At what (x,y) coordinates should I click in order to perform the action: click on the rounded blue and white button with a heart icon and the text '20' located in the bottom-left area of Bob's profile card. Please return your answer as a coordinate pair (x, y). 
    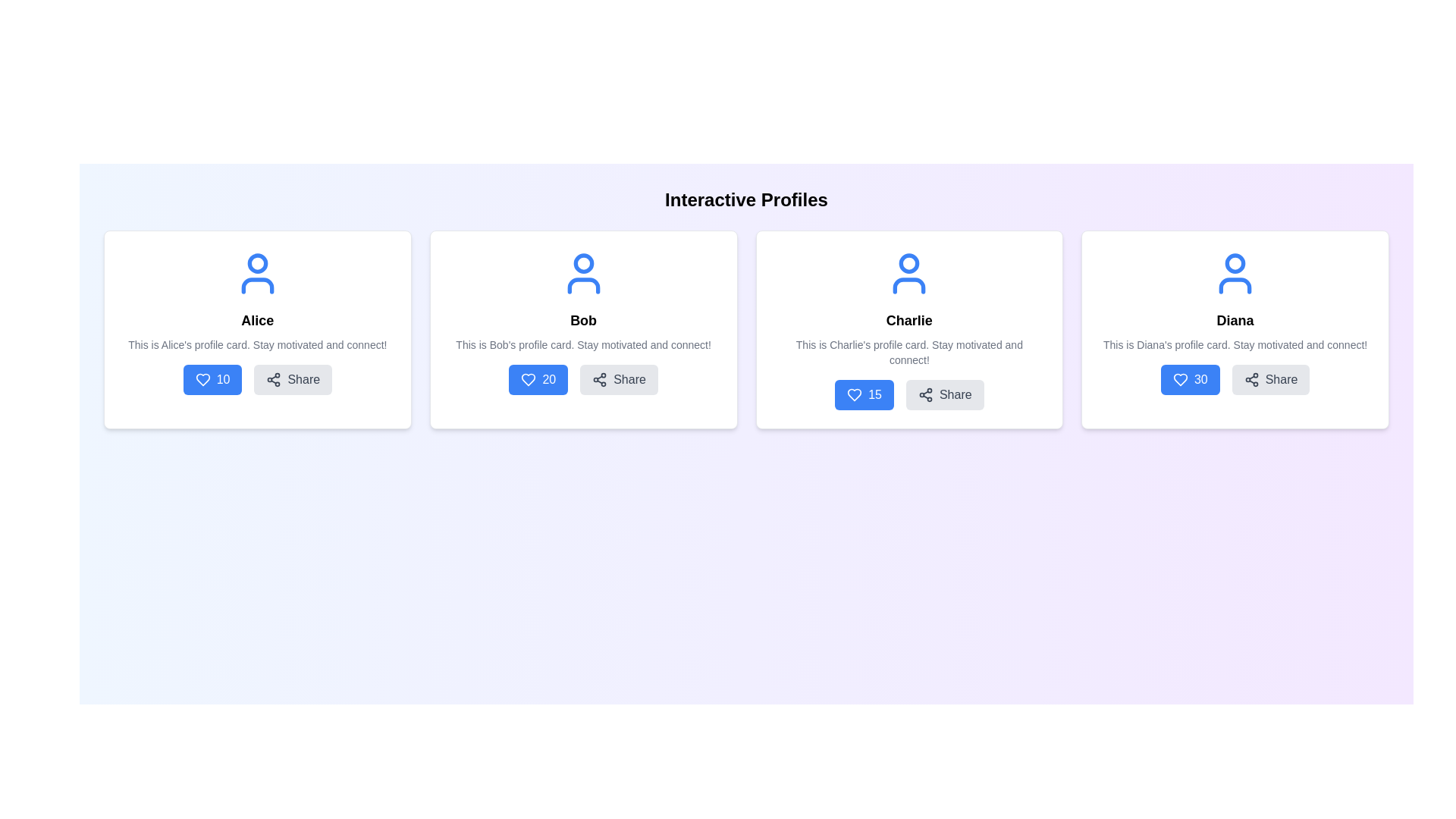
    Looking at the image, I should click on (538, 379).